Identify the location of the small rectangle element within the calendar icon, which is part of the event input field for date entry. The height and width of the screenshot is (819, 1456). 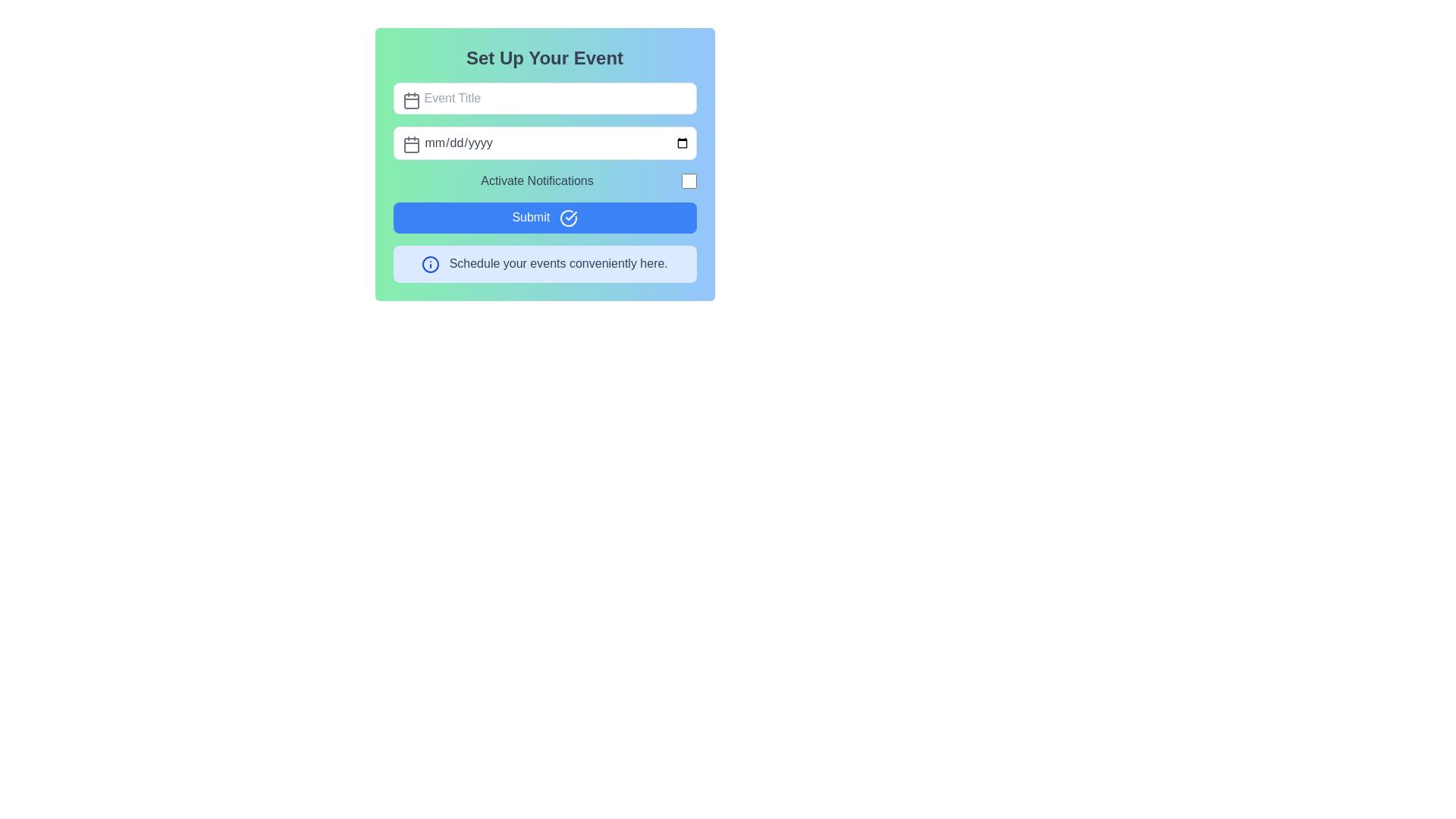
(411, 146).